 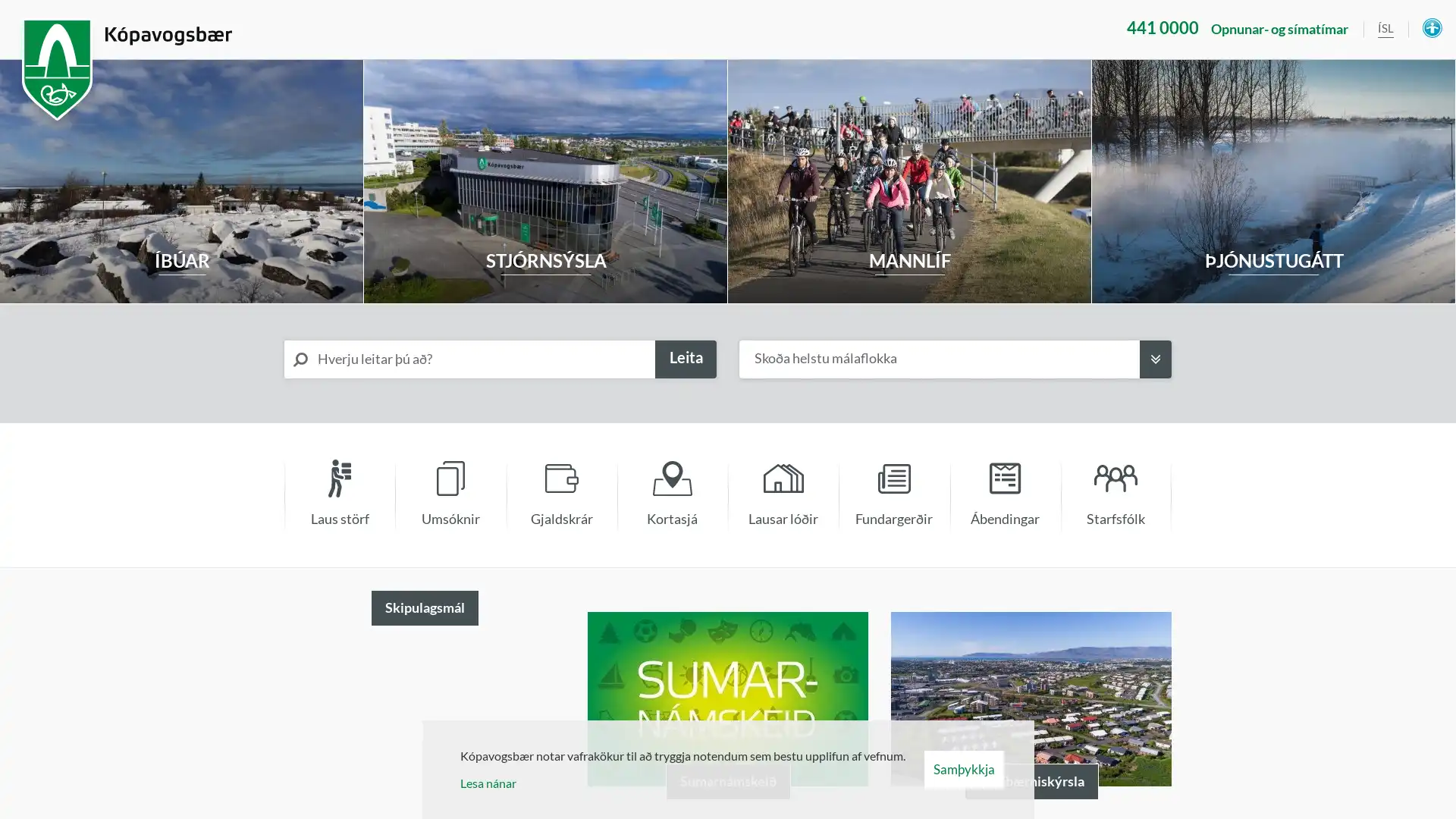 I want to click on Leita, so click(x=685, y=359).